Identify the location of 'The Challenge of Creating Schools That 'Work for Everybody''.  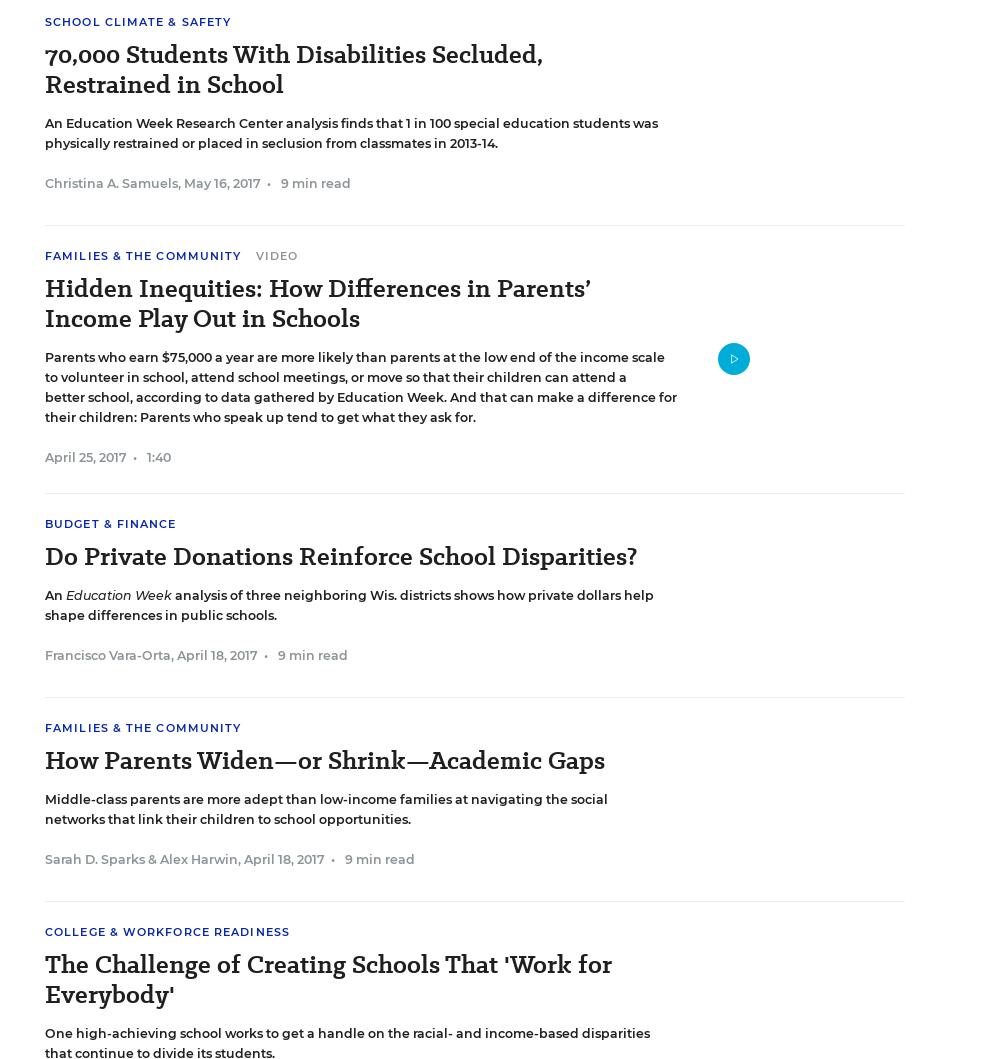
(327, 978).